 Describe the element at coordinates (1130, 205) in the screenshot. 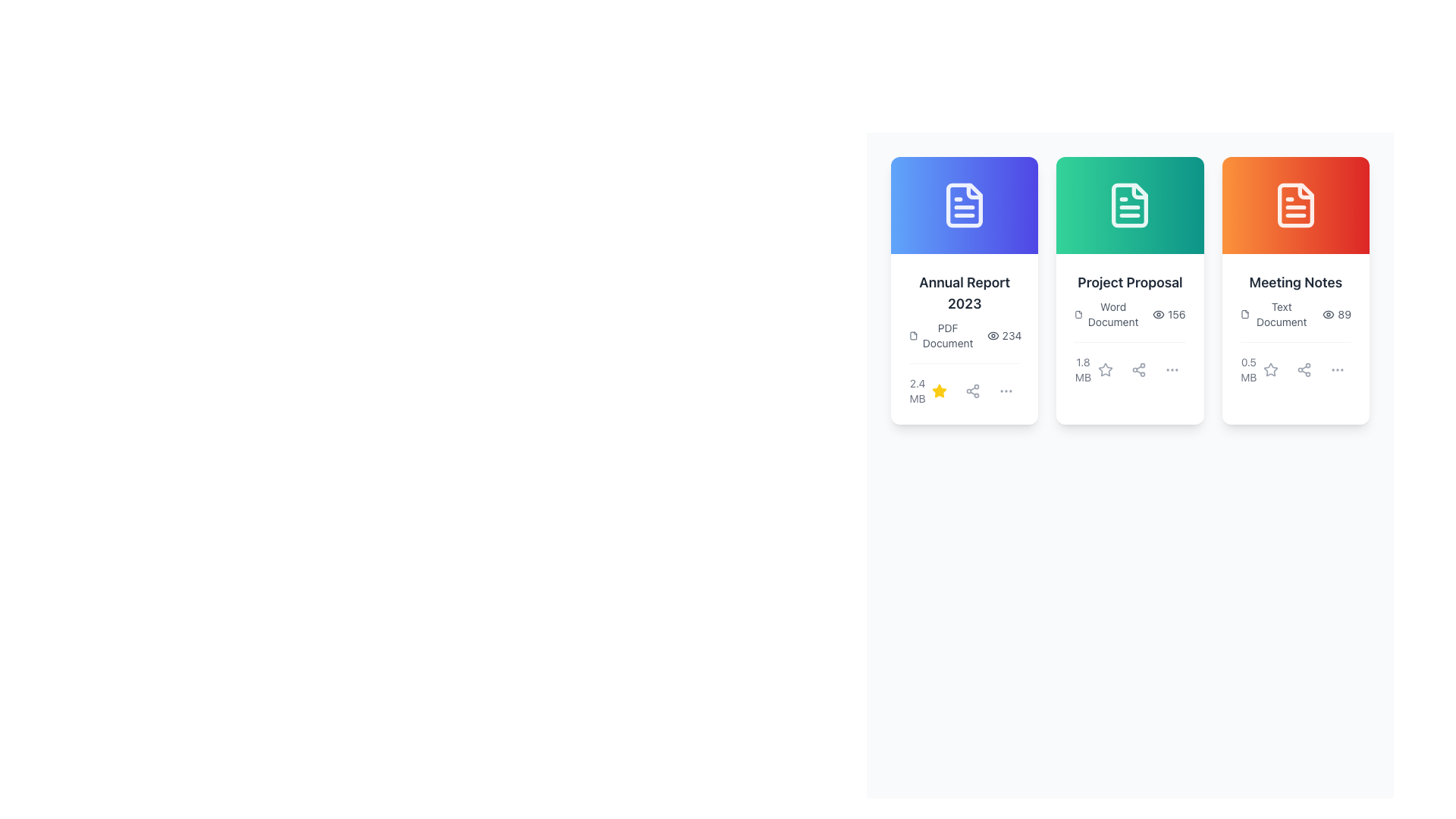

I see `the document icon located at the top part of the middle card in a three-card horizontal layout, which visually represents a document` at that location.